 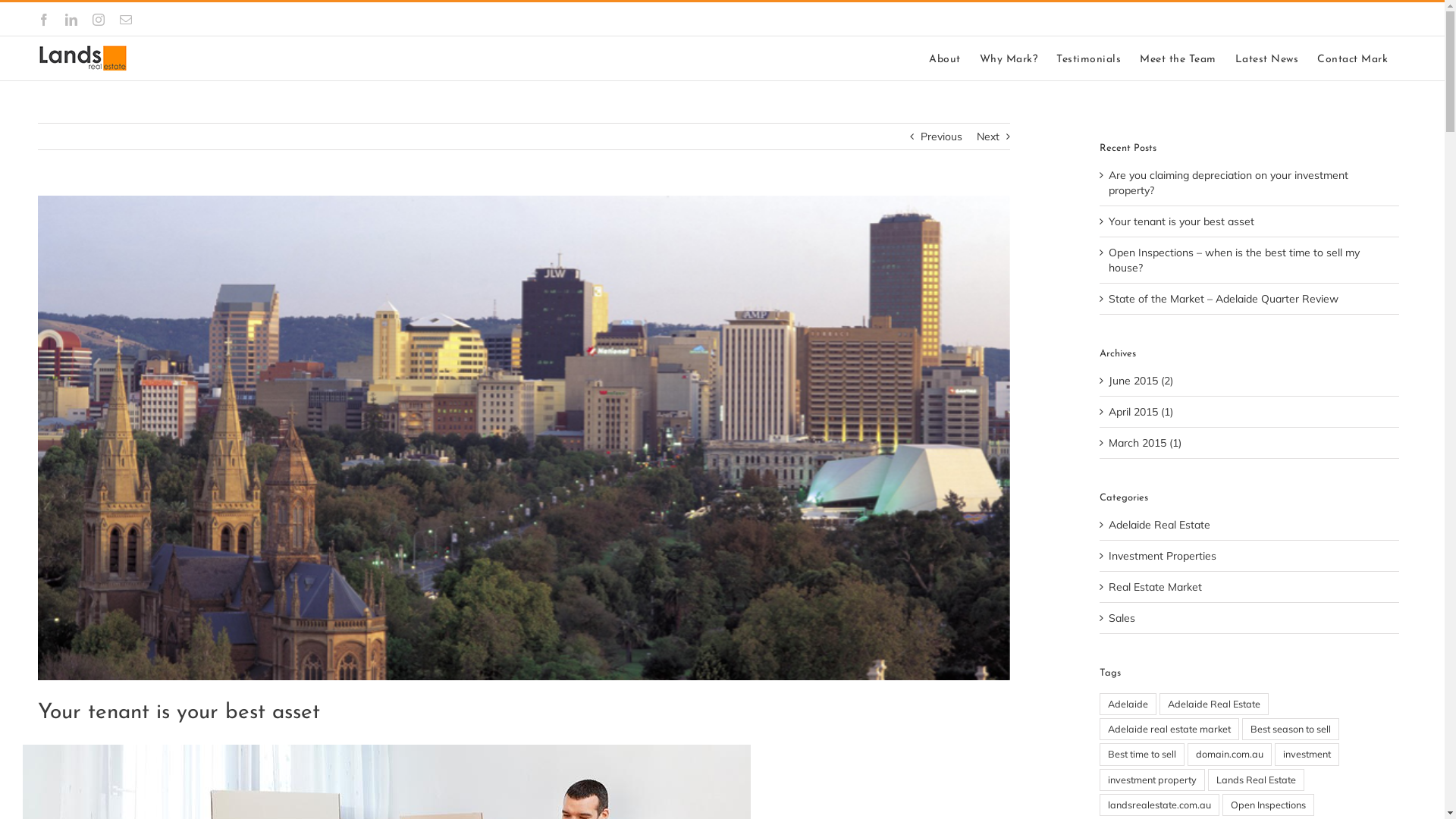 What do you see at coordinates (1159, 804) in the screenshot?
I see `'landsrealestate.com.au'` at bounding box center [1159, 804].